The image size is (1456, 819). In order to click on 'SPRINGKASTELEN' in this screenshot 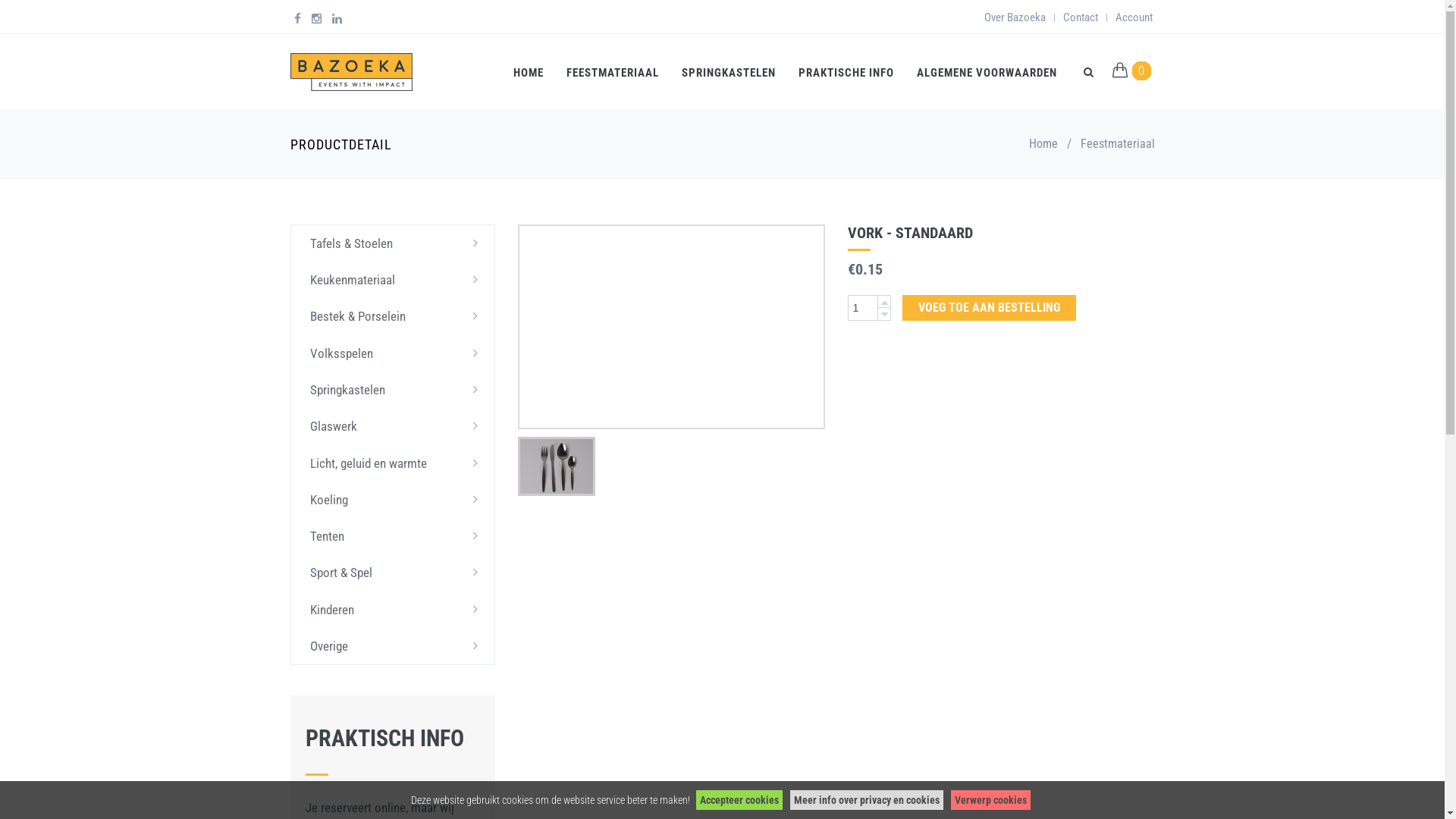, I will do `click(728, 72)`.